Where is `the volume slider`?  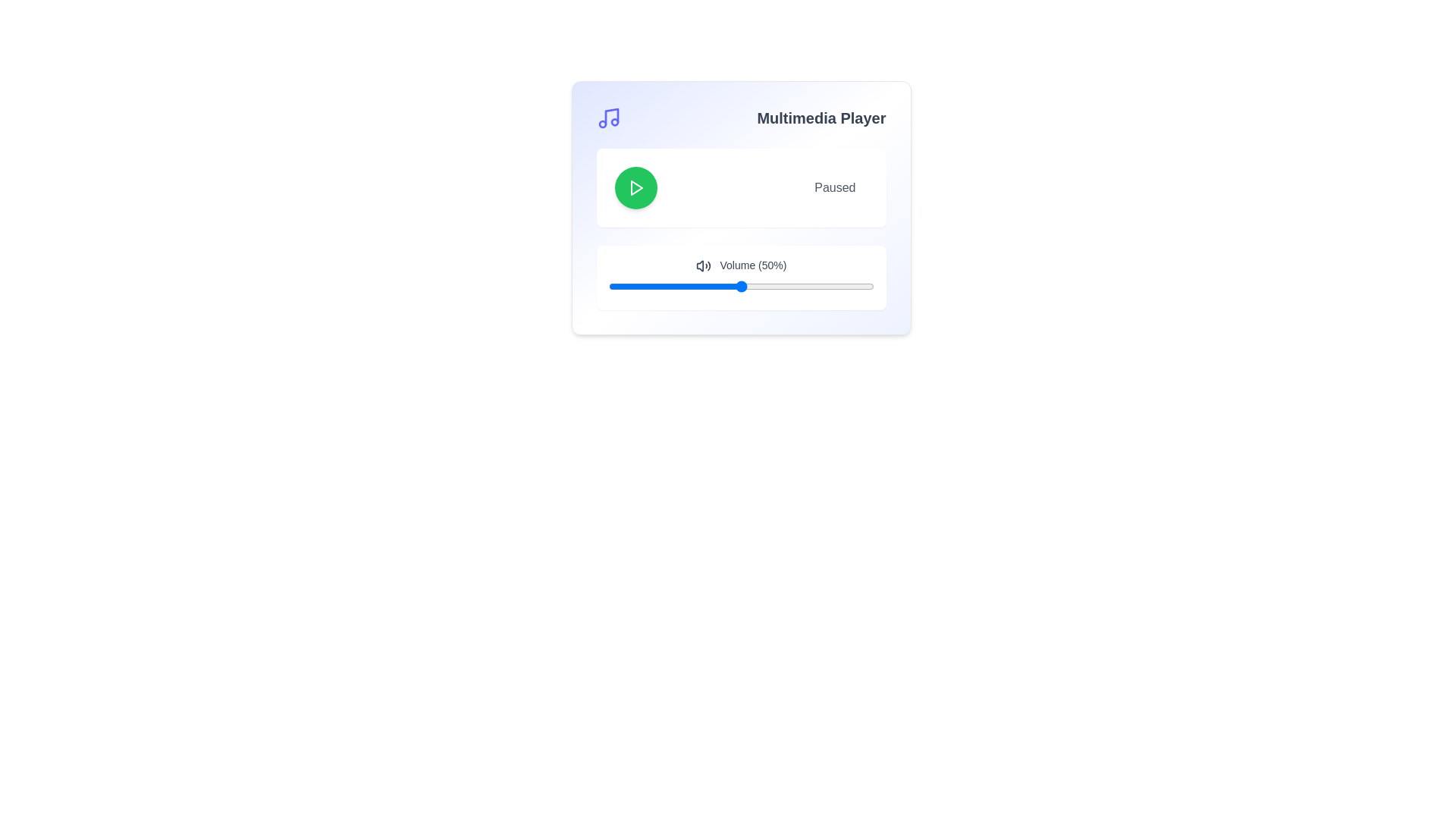
the volume slider is located at coordinates (855, 287).